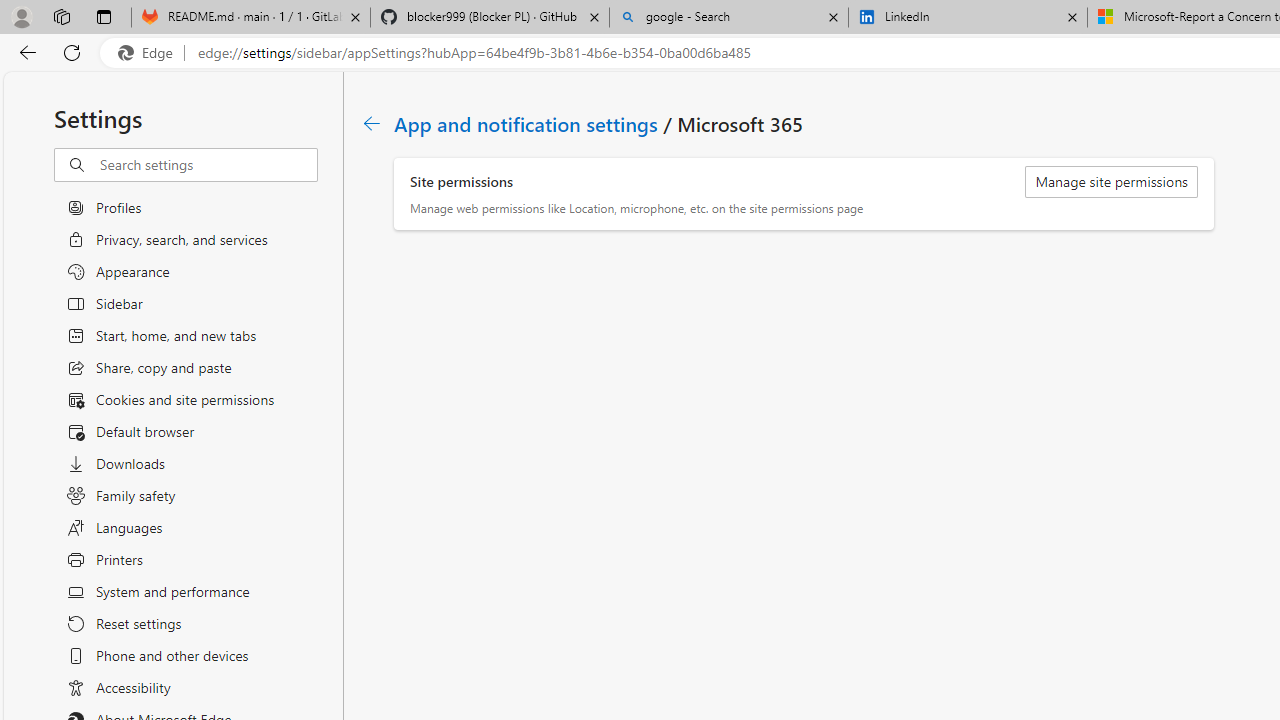 The width and height of the screenshot is (1280, 720). I want to click on 'Manage site permissions', so click(1110, 182).